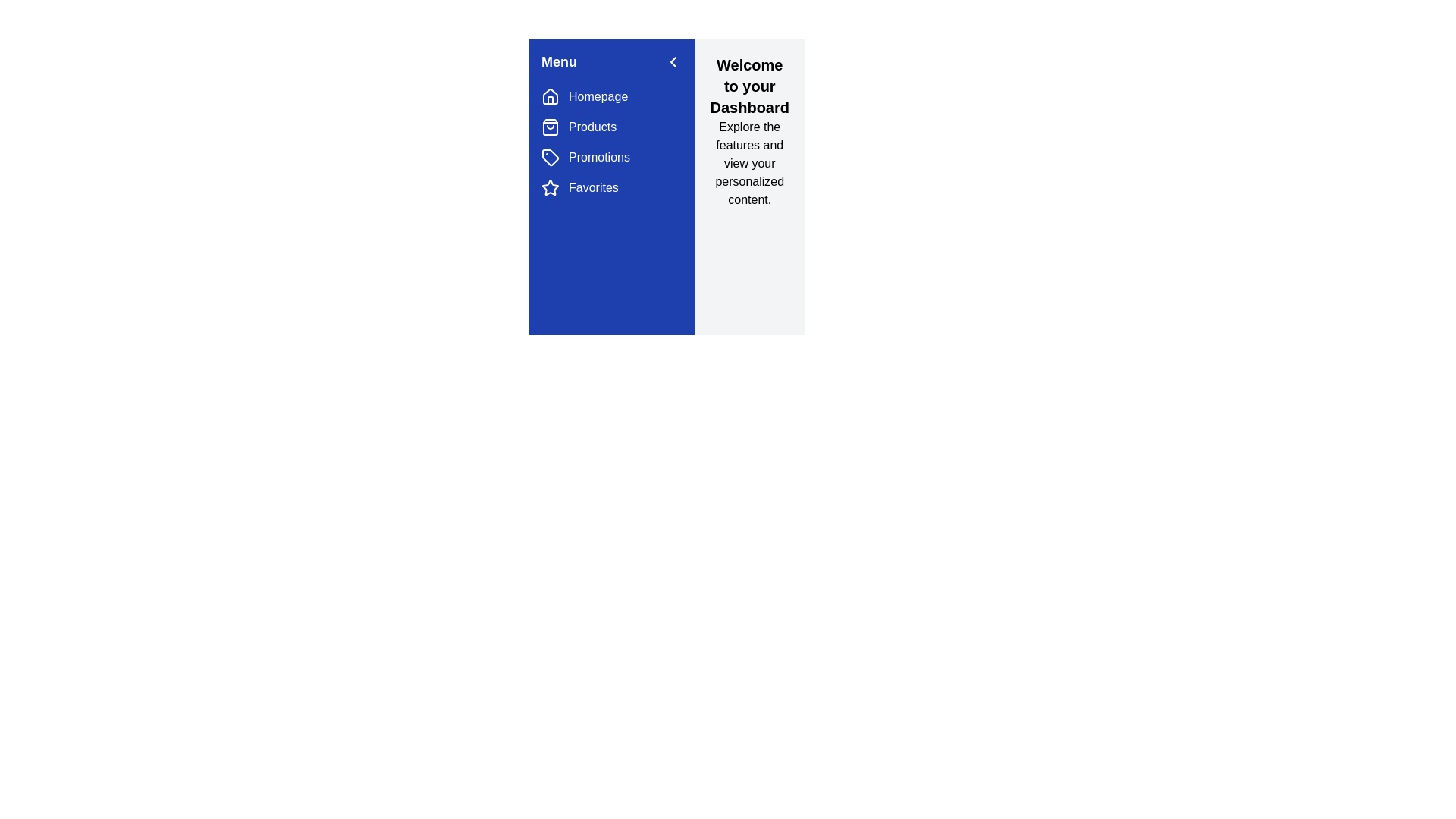 The width and height of the screenshot is (1456, 819). I want to click on the navigation menu item corresponding to Favorites, so click(549, 187).